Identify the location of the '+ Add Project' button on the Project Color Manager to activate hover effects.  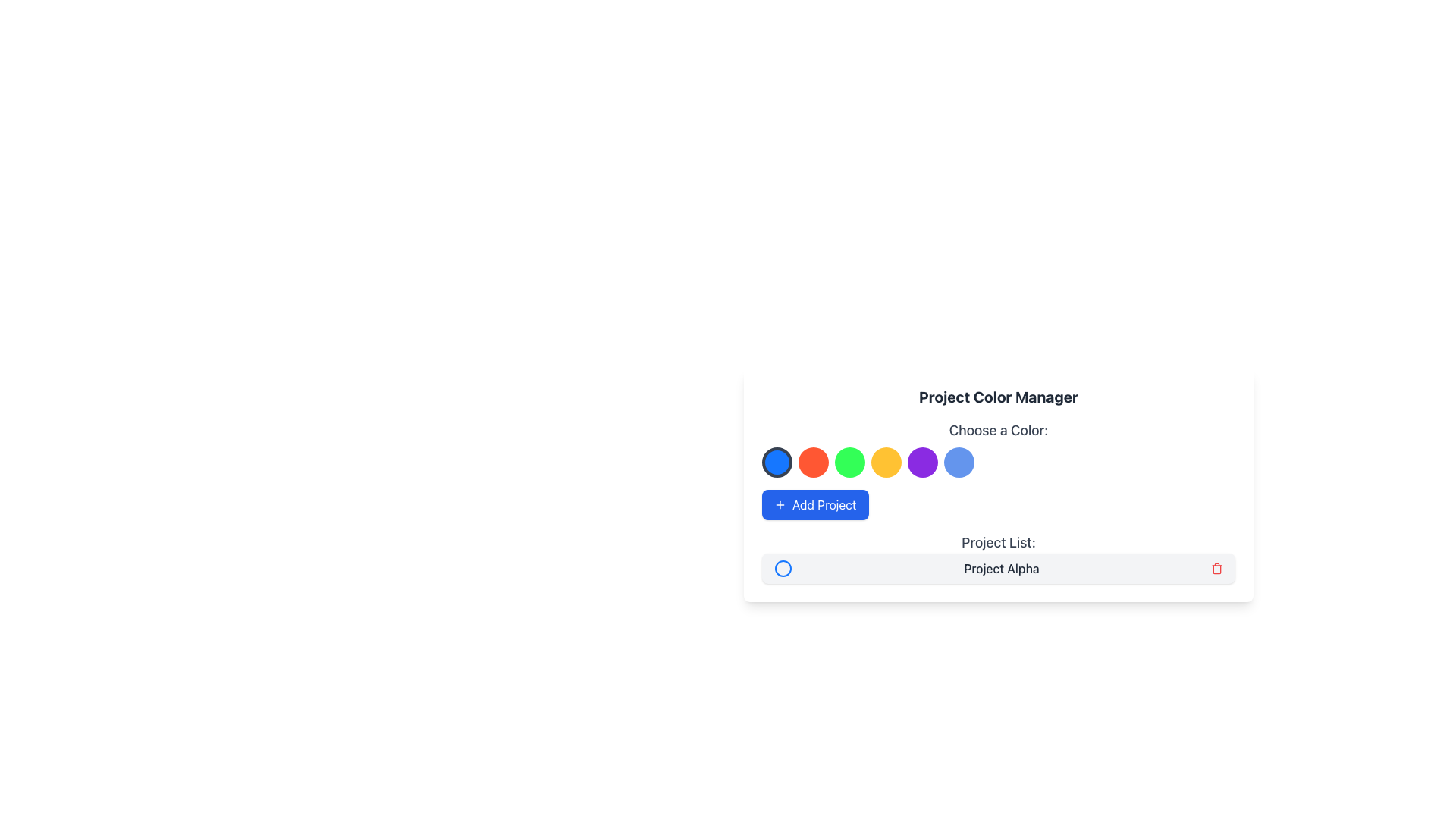
(998, 505).